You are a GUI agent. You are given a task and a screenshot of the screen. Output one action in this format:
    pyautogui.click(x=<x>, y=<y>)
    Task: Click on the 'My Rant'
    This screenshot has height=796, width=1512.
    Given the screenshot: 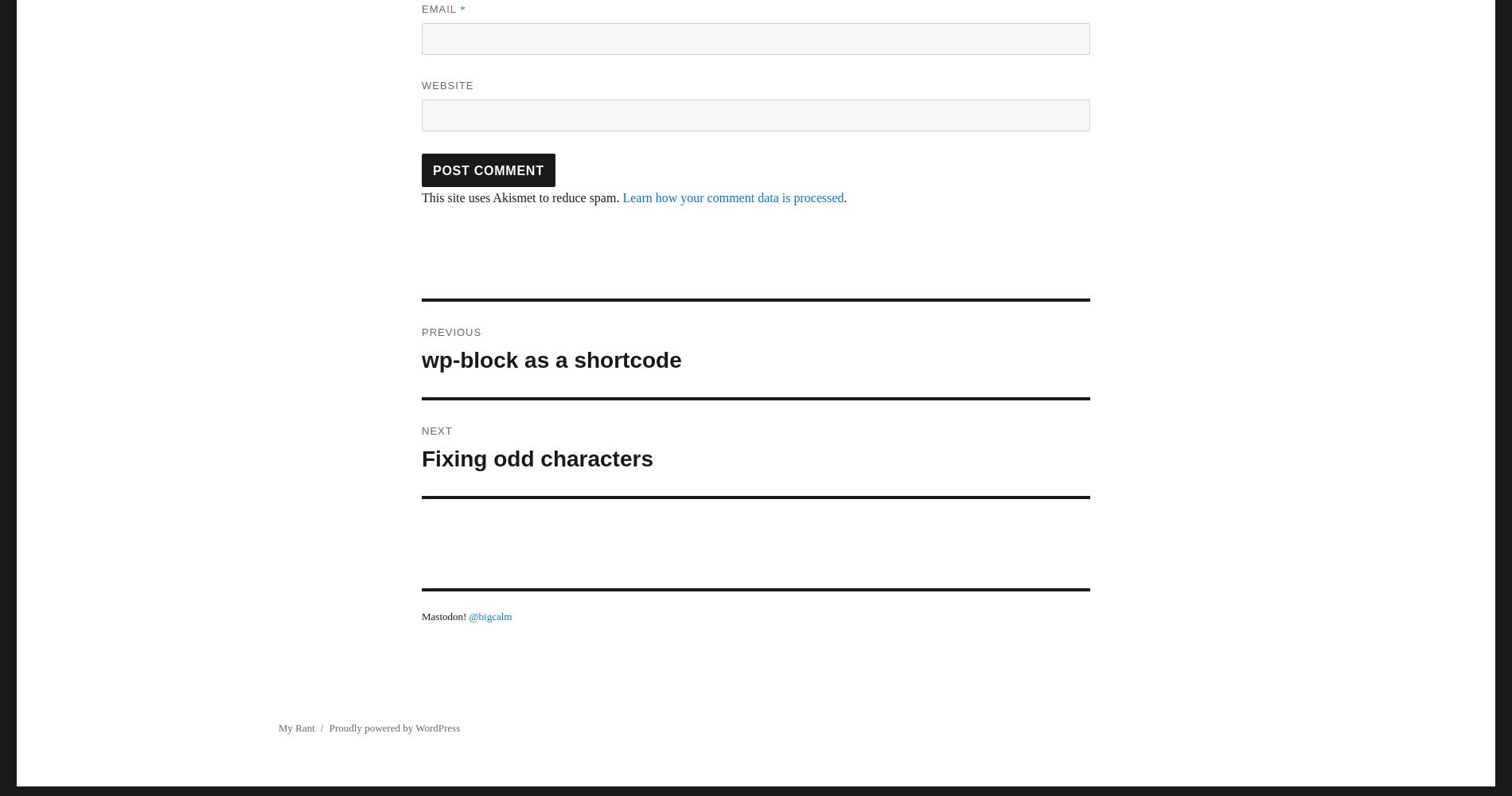 What is the action you would take?
    pyautogui.click(x=277, y=728)
    